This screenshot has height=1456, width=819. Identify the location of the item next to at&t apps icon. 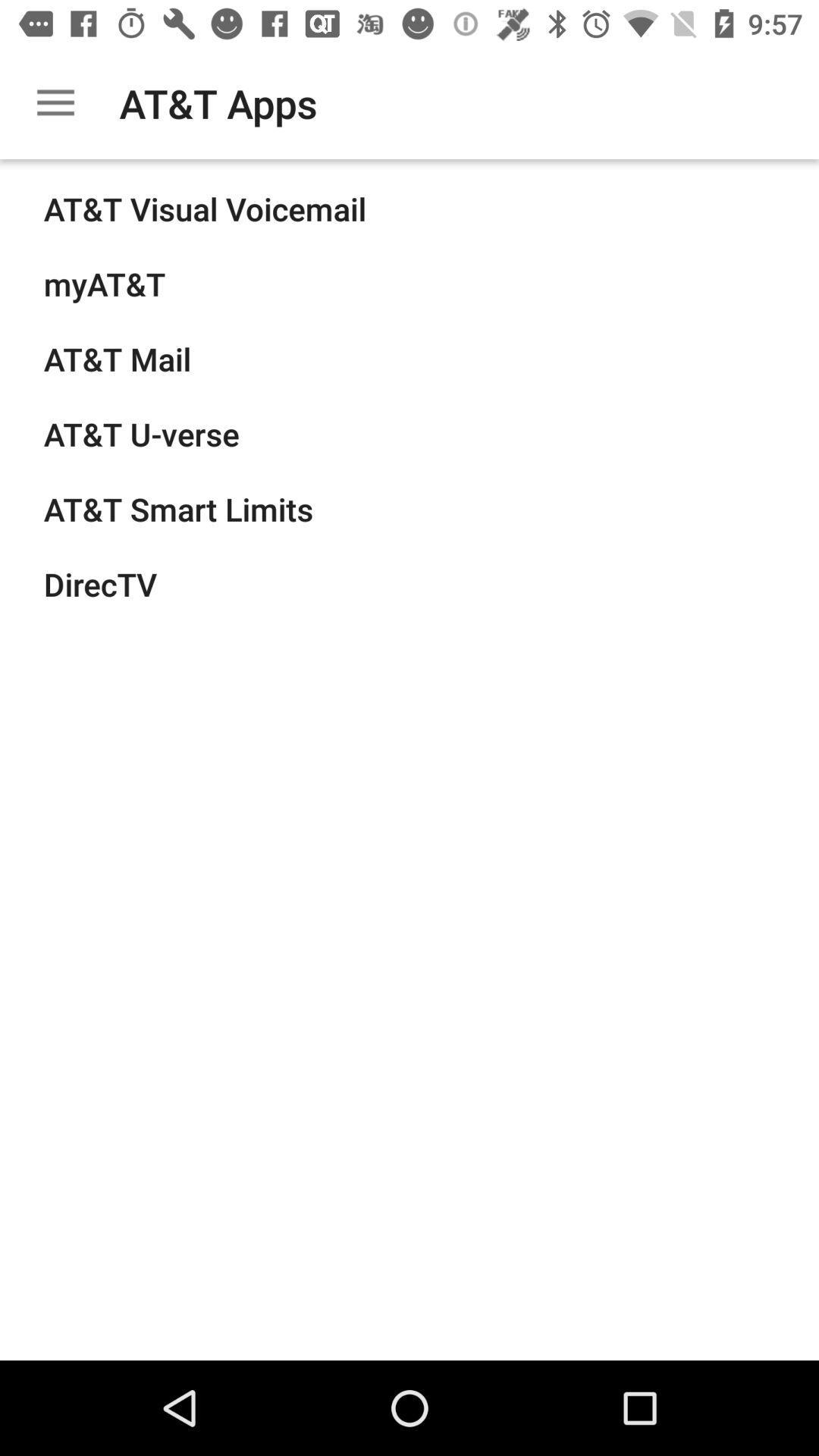
(55, 102).